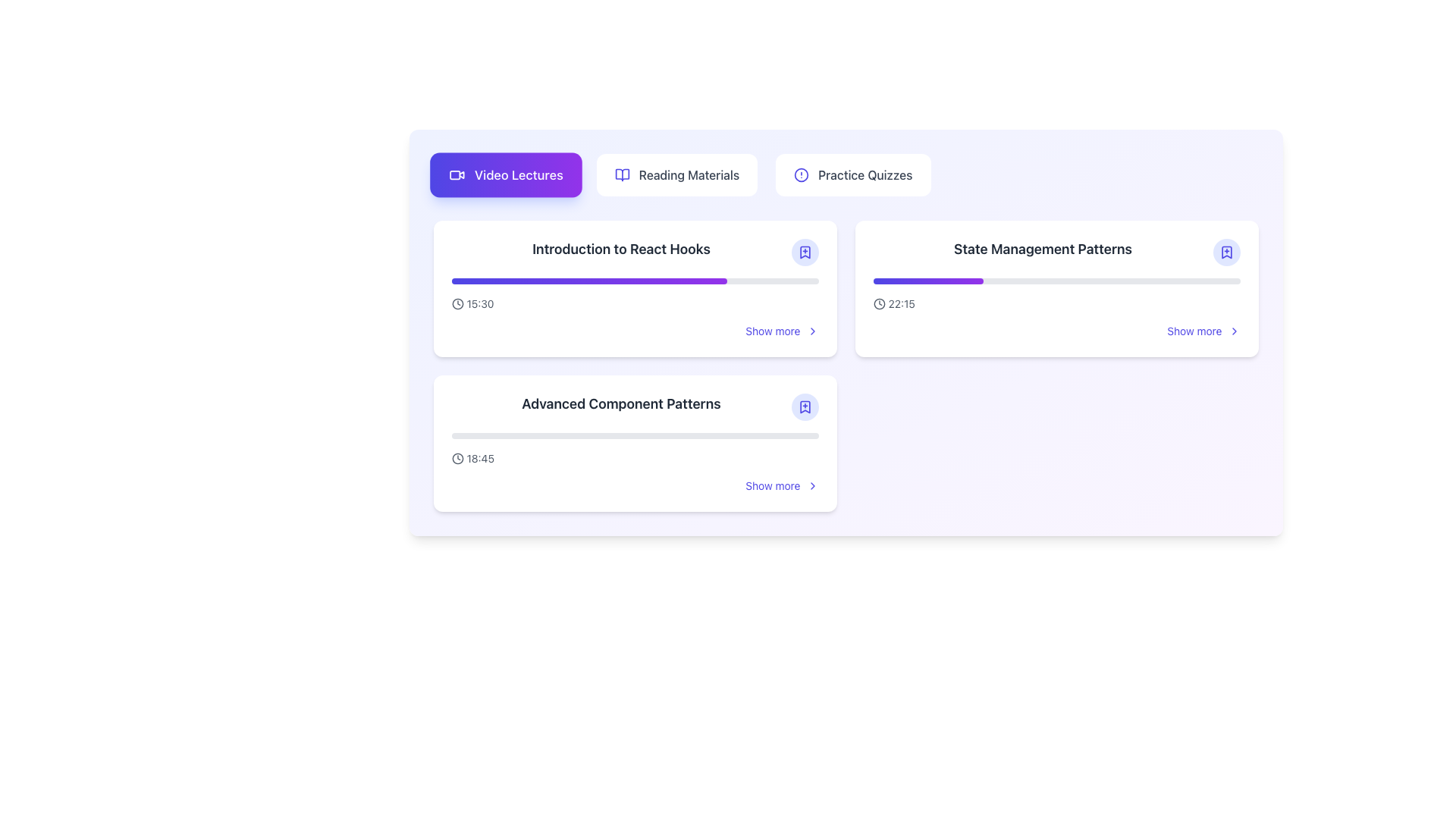 The width and height of the screenshot is (1456, 819). Describe the element at coordinates (506, 174) in the screenshot. I see `the first button in the row of three buttons` at that location.